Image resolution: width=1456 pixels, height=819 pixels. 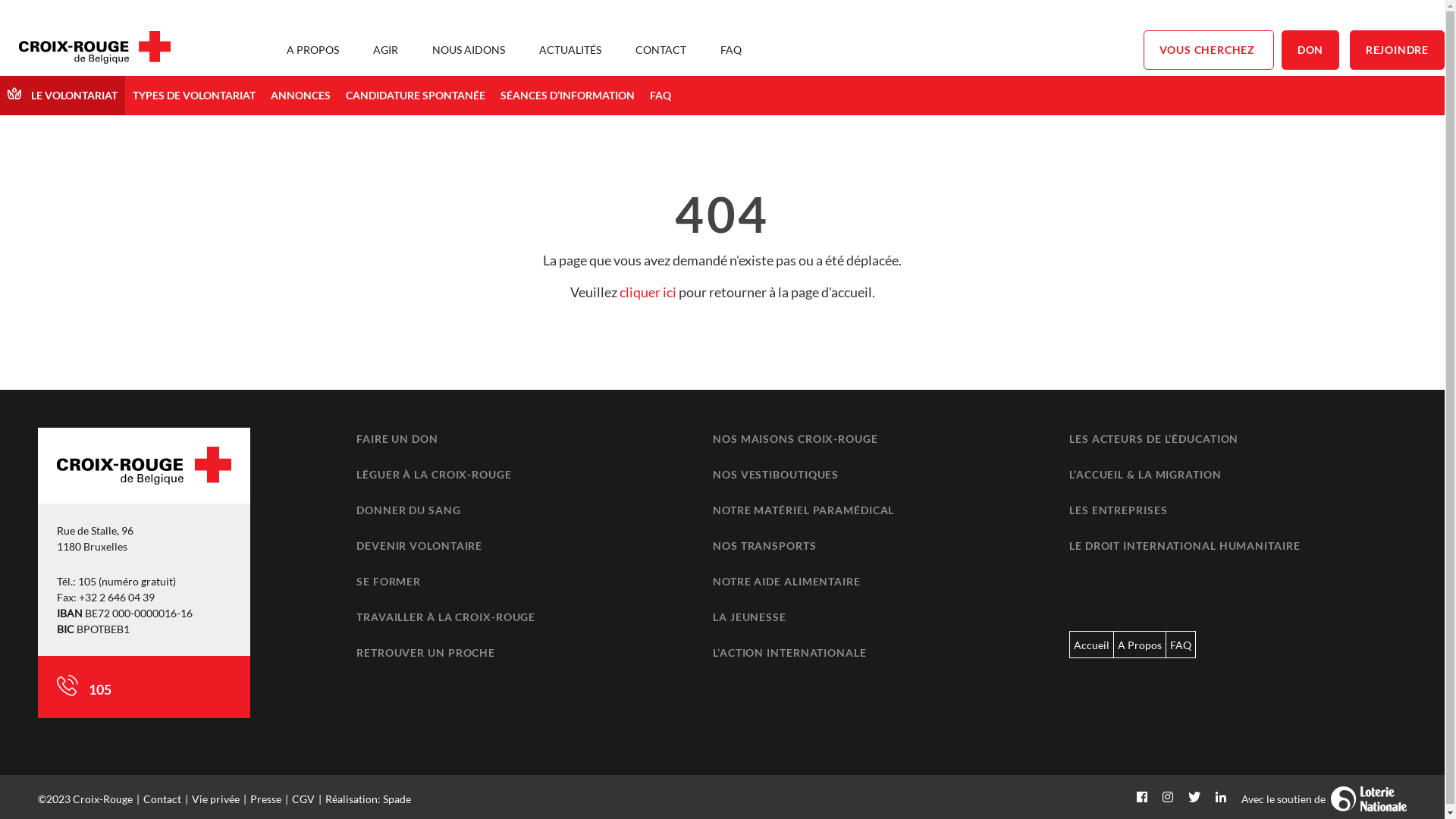 I want to click on 'NOTRE AIDE ALIMENTAIRE', so click(x=786, y=580).